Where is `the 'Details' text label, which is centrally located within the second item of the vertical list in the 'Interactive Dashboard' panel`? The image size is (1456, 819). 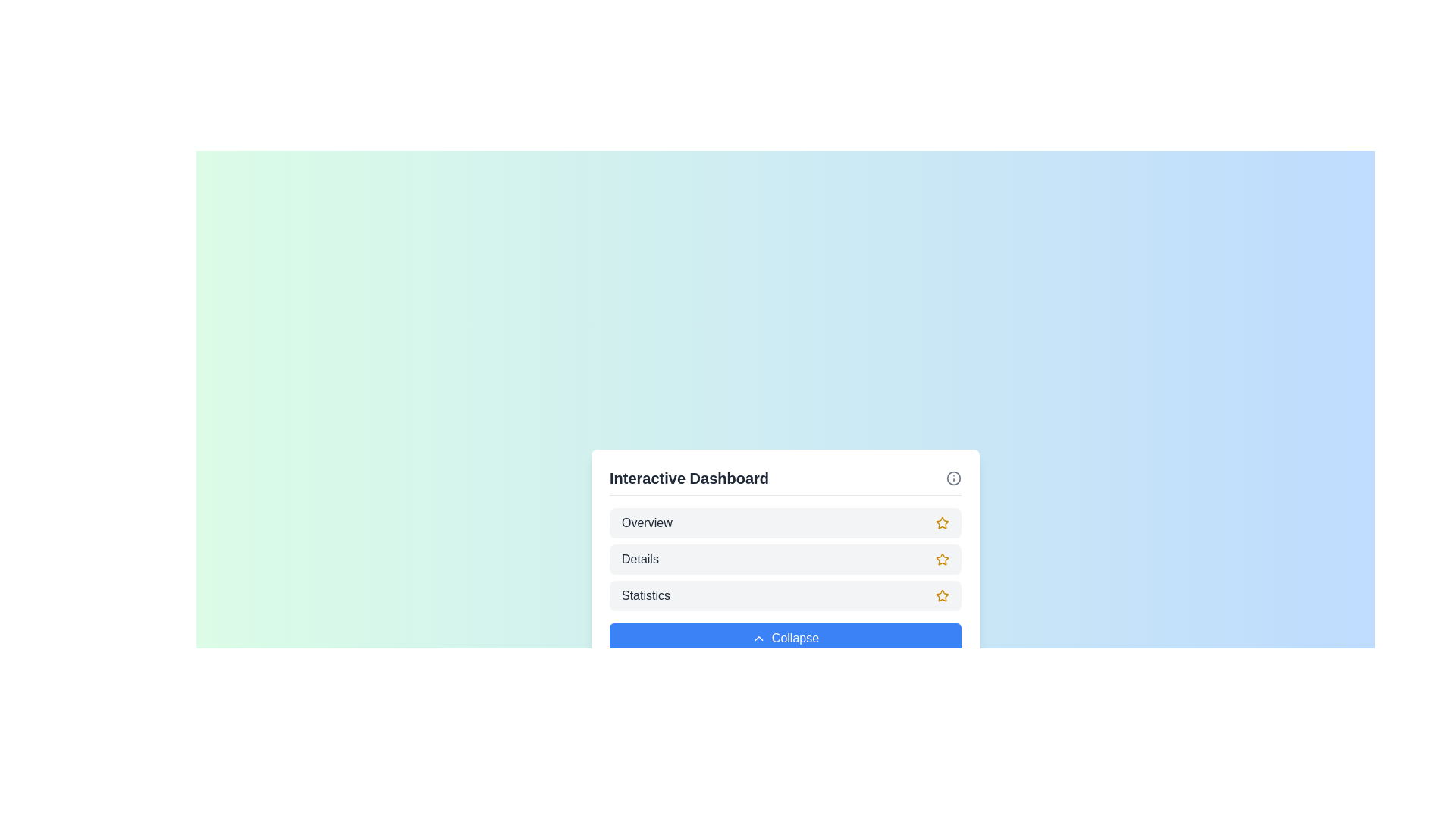
the 'Details' text label, which is centrally located within the second item of the vertical list in the 'Interactive Dashboard' panel is located at coordinates (640, 559).